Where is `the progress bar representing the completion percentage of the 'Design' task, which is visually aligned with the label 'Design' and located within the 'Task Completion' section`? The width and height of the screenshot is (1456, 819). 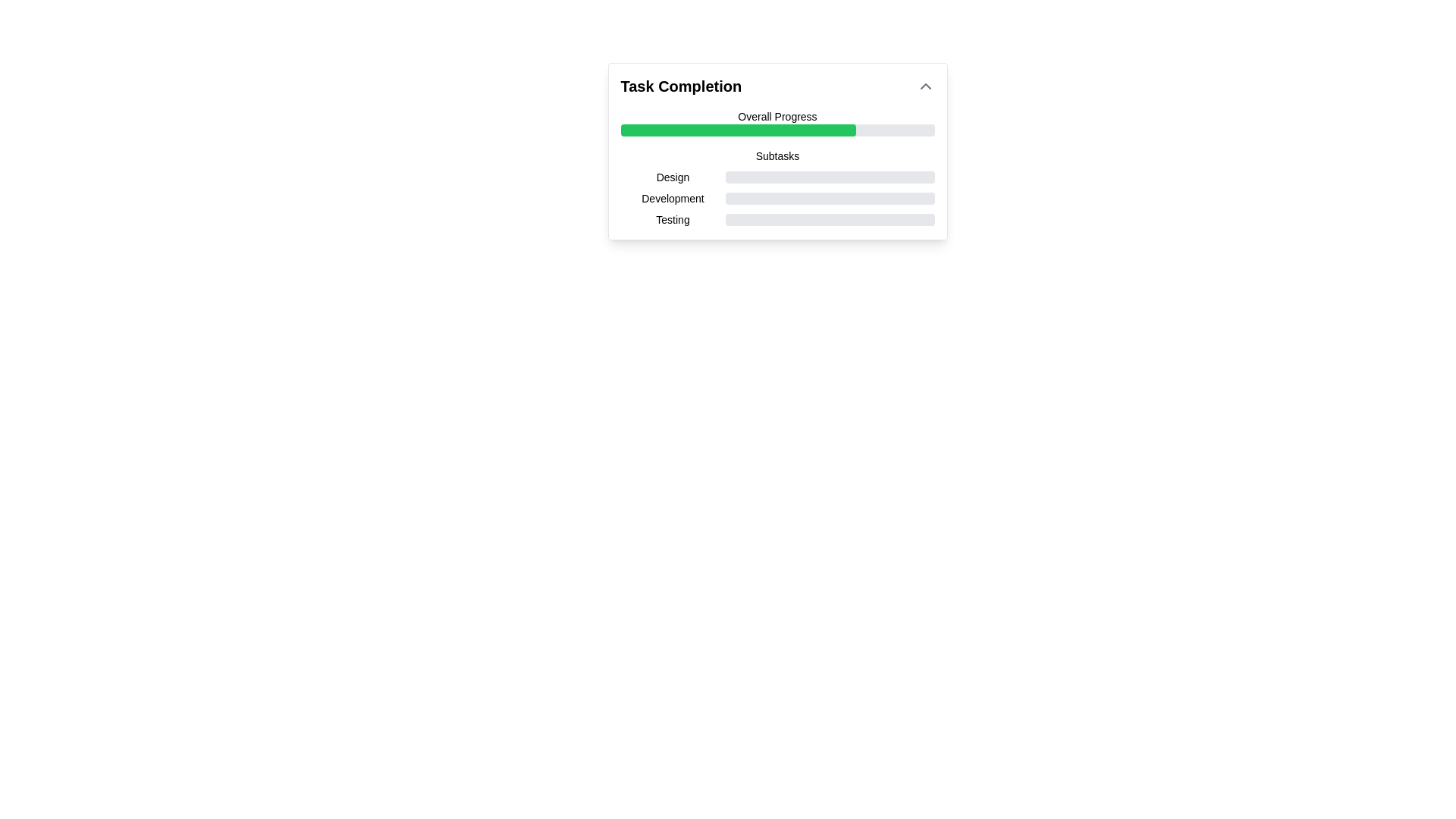
the progress bar representing the completion percentage of the 'Design' task, which is visually aligned with the label 'Design' and located within the 'Task Completion' section is located at coordinates (829, 177).